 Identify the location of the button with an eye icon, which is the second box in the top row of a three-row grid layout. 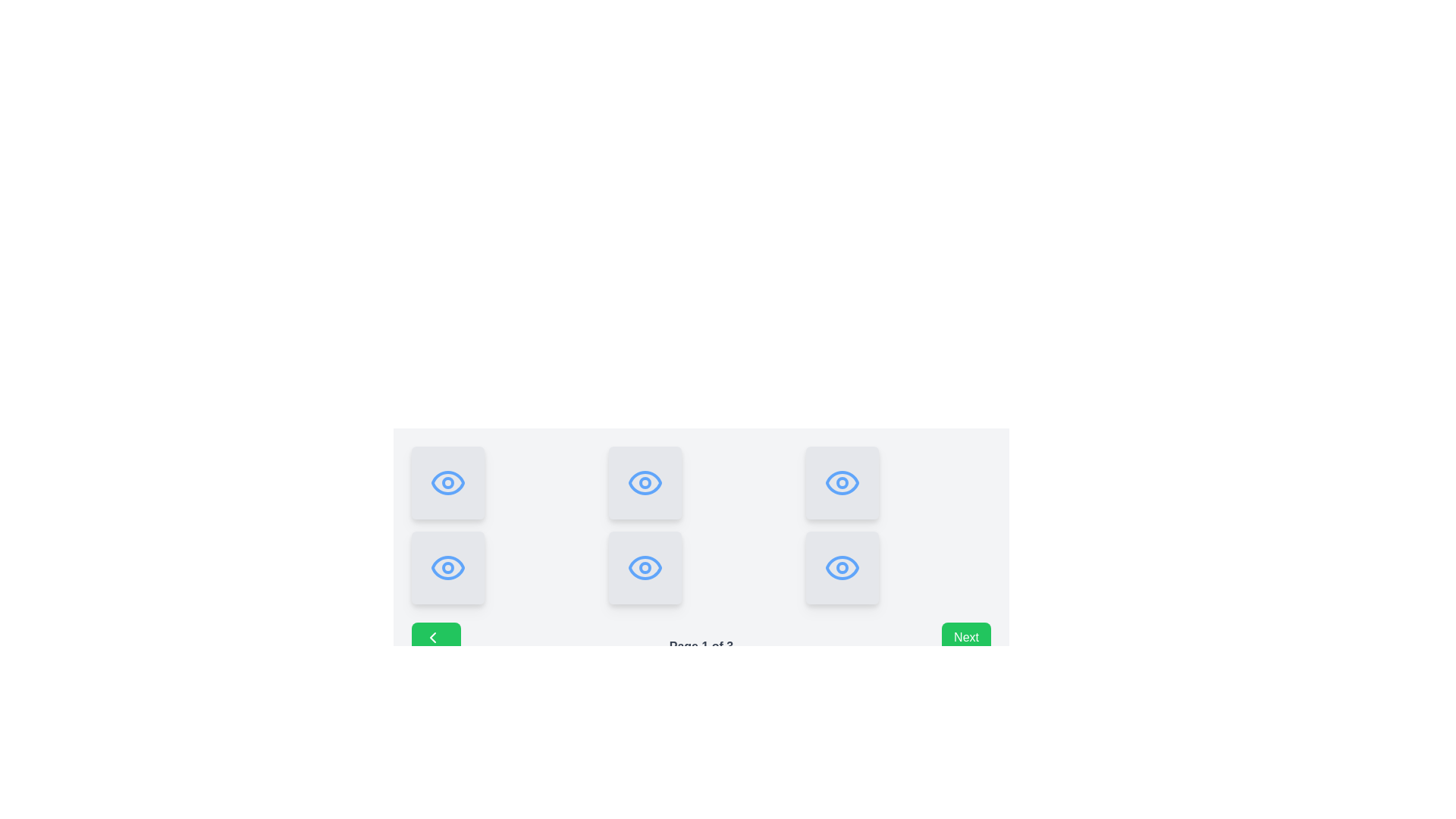
(645, 482).